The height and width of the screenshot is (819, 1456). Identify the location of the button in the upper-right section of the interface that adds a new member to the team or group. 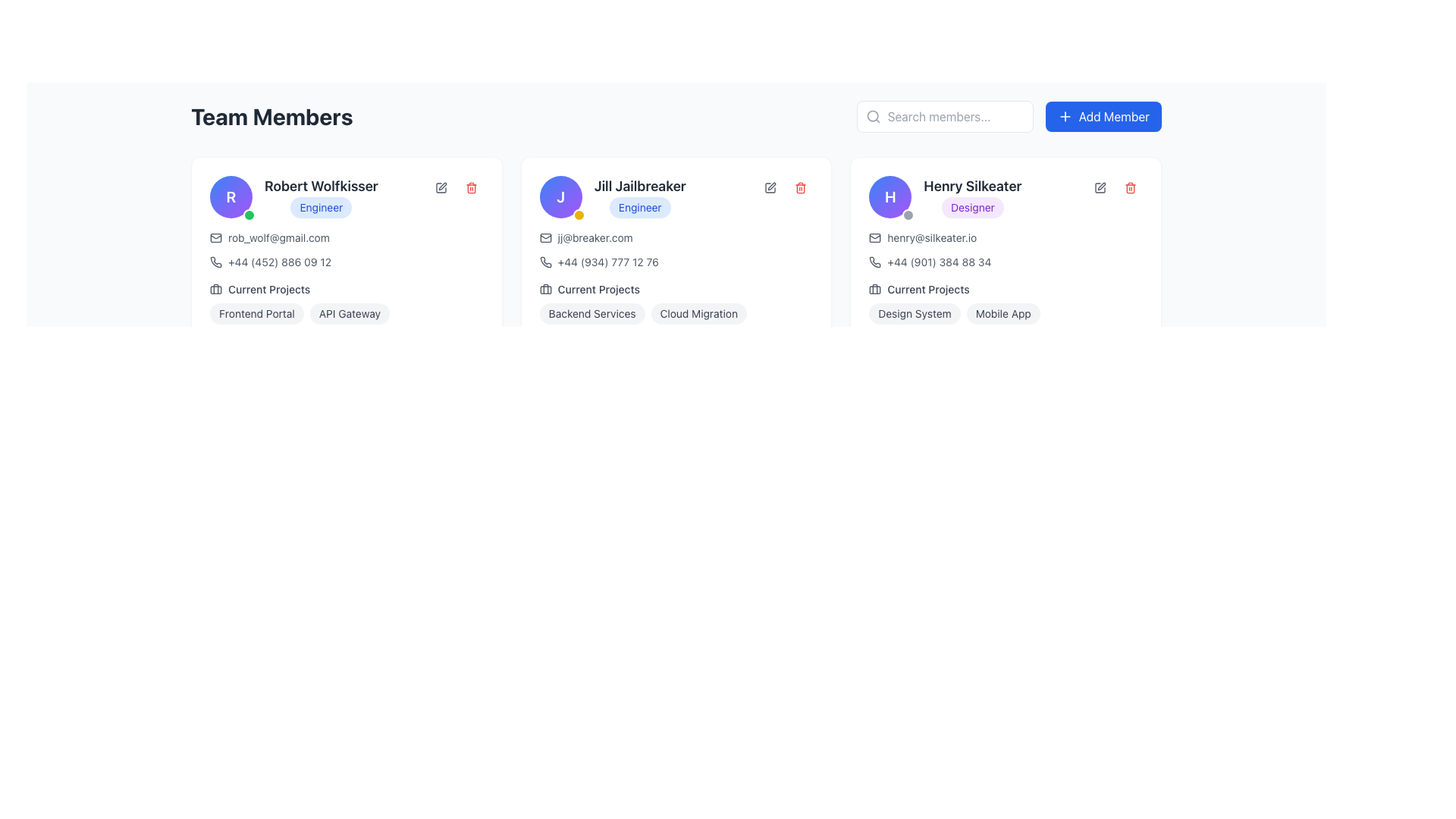
(1103, 116).